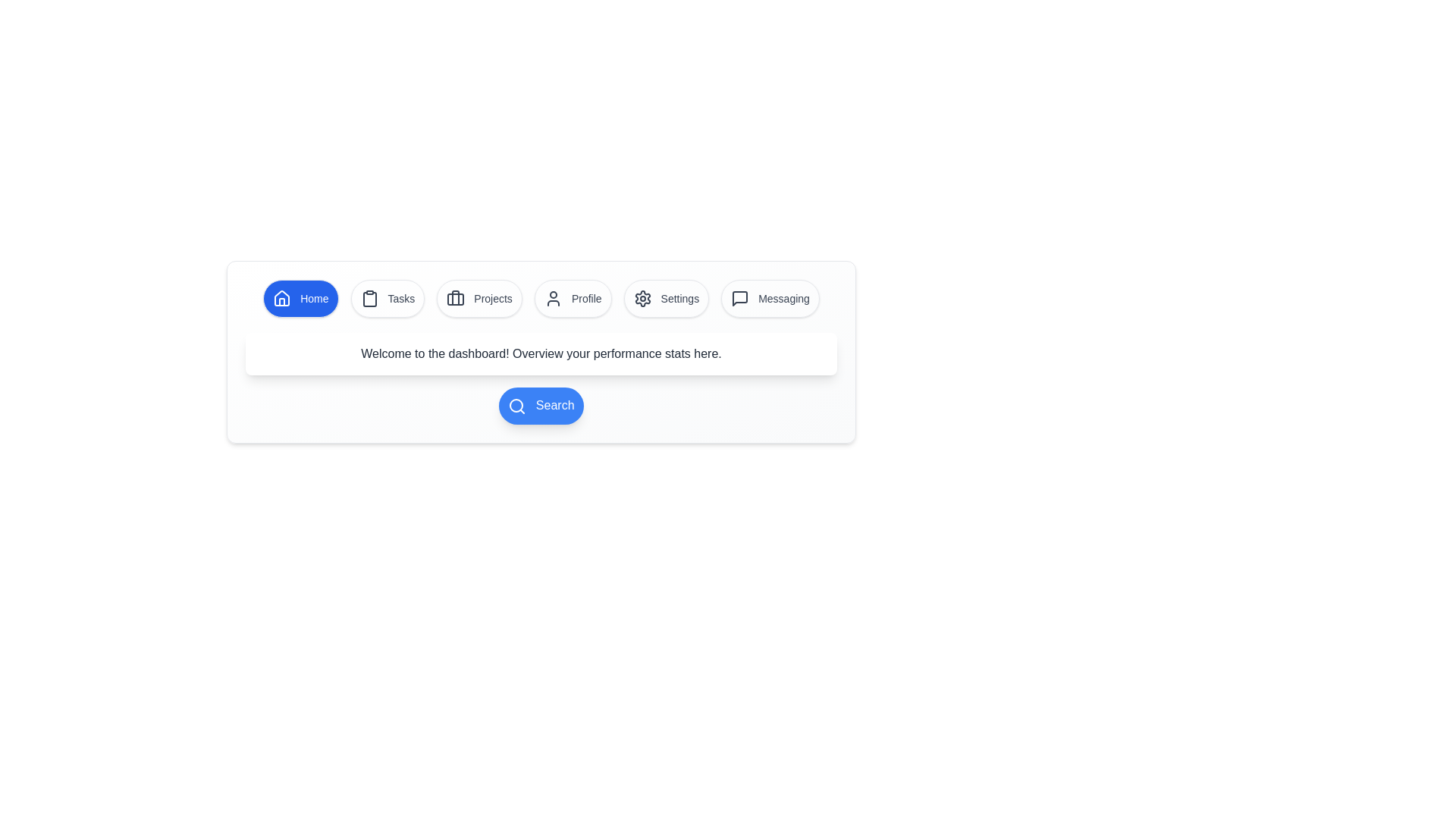 Image resolution: width=1456 pixels, height=819 pixels. Describe the element at coordinates (585, 298) in the screenshot. I see `the text label displaying 'Profile' which is part of a button-like structure located between 'Projects' and 'Settings'` at that location.